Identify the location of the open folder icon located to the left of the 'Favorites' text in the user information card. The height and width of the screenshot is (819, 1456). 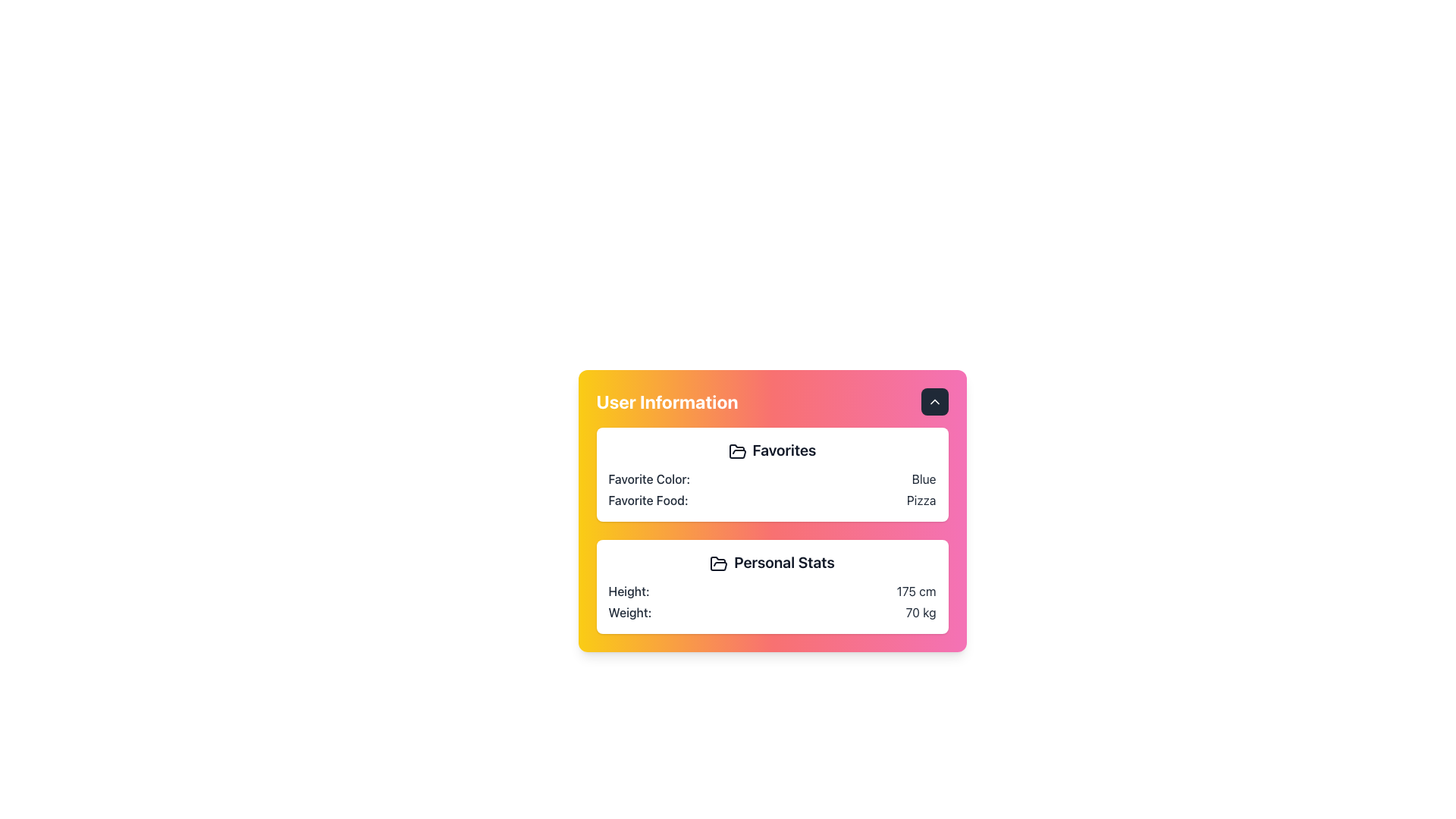
(737, 450).